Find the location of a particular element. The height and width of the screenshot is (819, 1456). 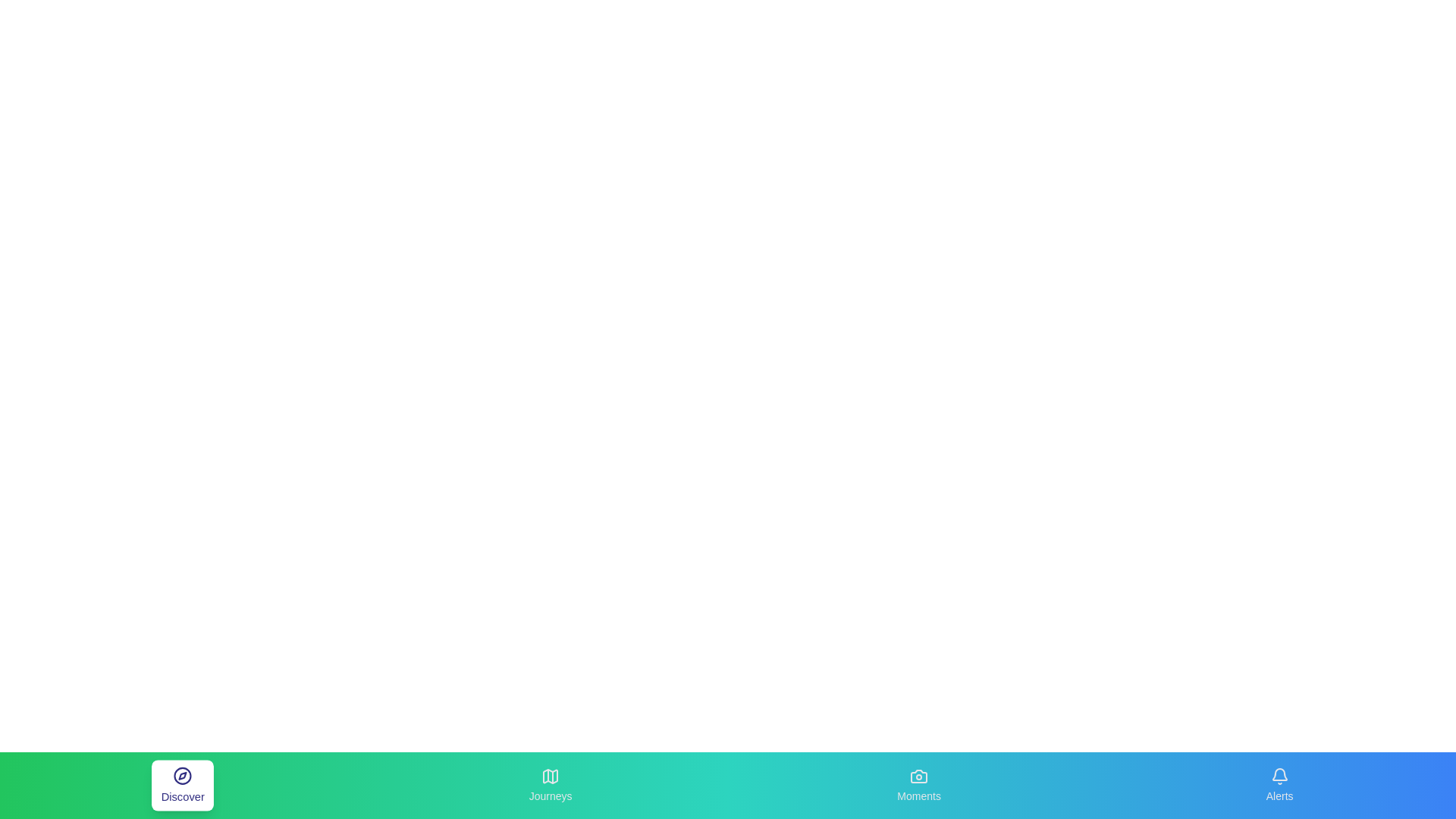

the Discover tab to observe its visual feedback is located at coordinates (182, 785).